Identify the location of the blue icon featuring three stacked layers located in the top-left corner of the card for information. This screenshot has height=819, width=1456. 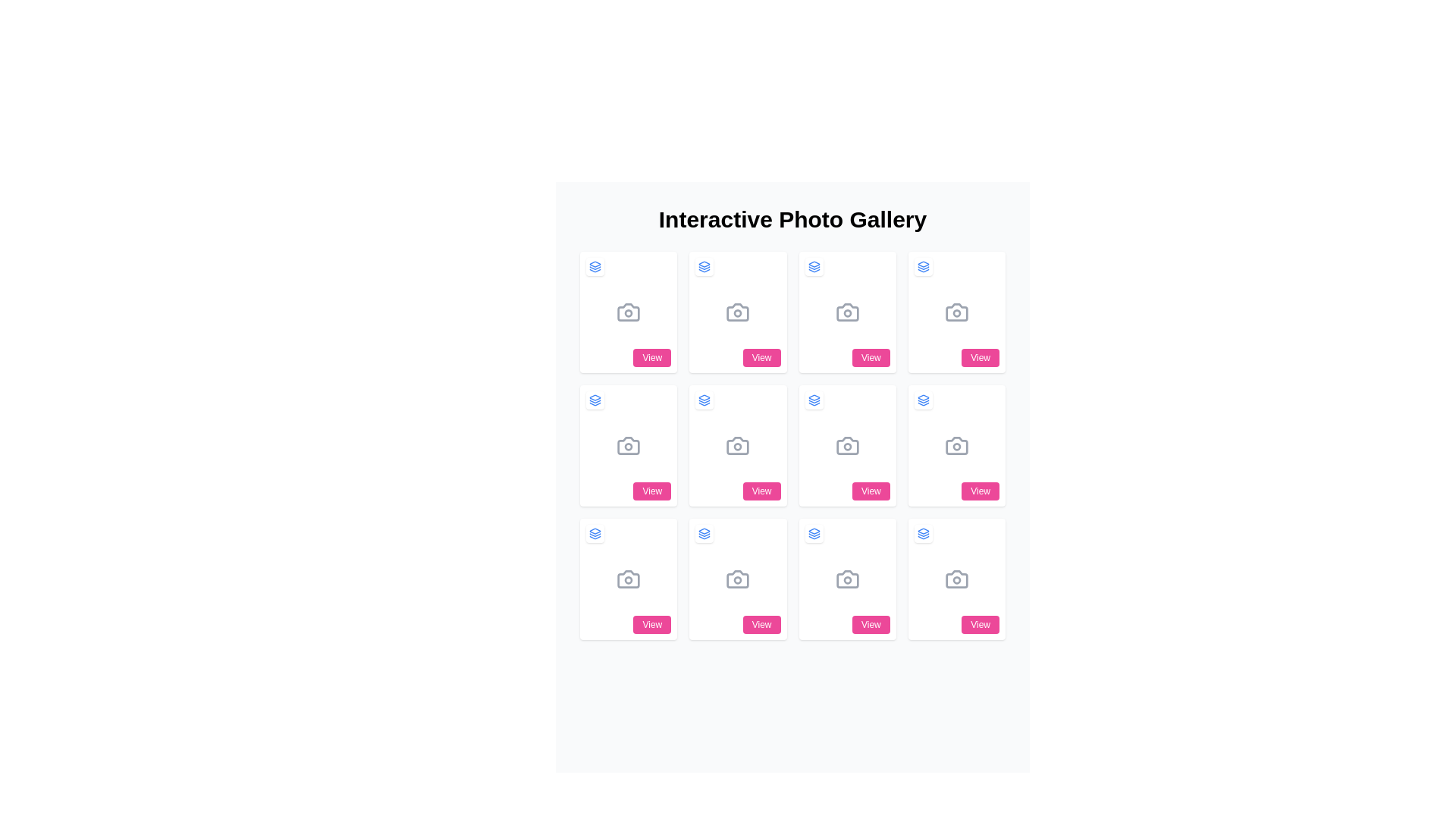
(595, 533).